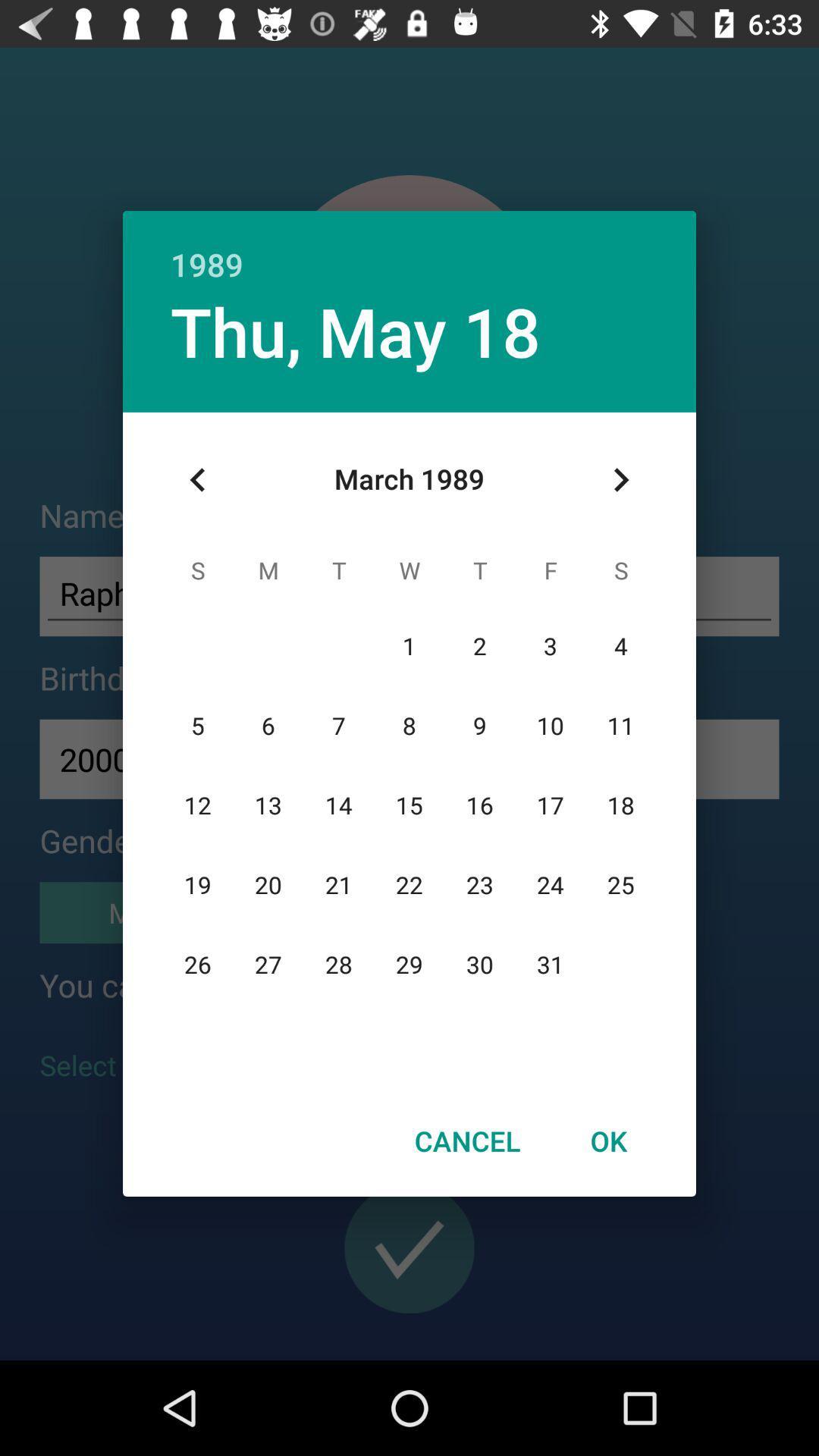 This screenshot has height=1456, width=819. Describe the element at coordinates (607, 1141) in the screenshot. I see `the ok item` at that location.